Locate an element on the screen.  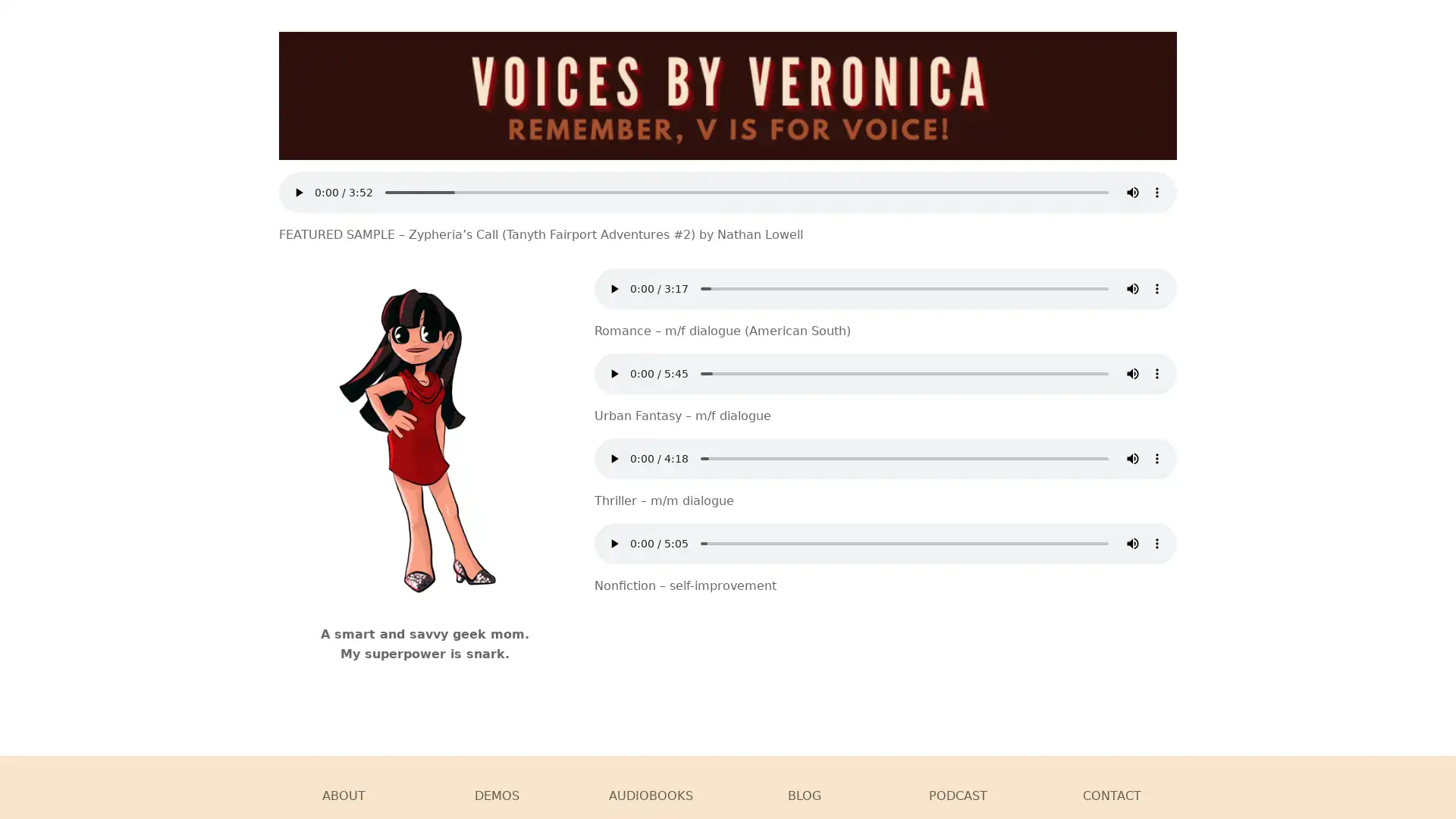
play is located at coordinates (298, 192).